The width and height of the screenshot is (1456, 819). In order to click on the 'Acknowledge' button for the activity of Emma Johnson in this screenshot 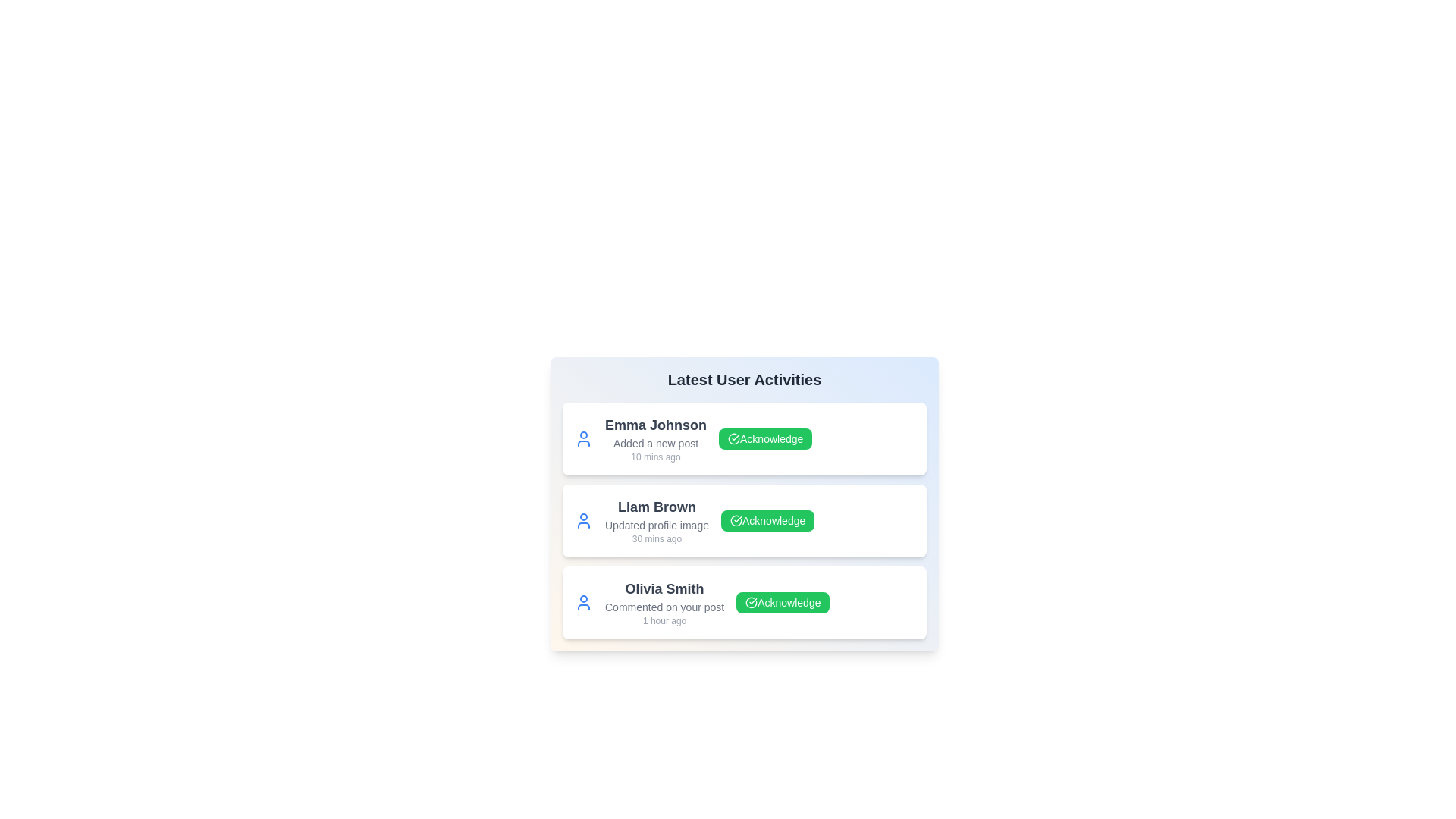, I will do `click(765, 438)`.